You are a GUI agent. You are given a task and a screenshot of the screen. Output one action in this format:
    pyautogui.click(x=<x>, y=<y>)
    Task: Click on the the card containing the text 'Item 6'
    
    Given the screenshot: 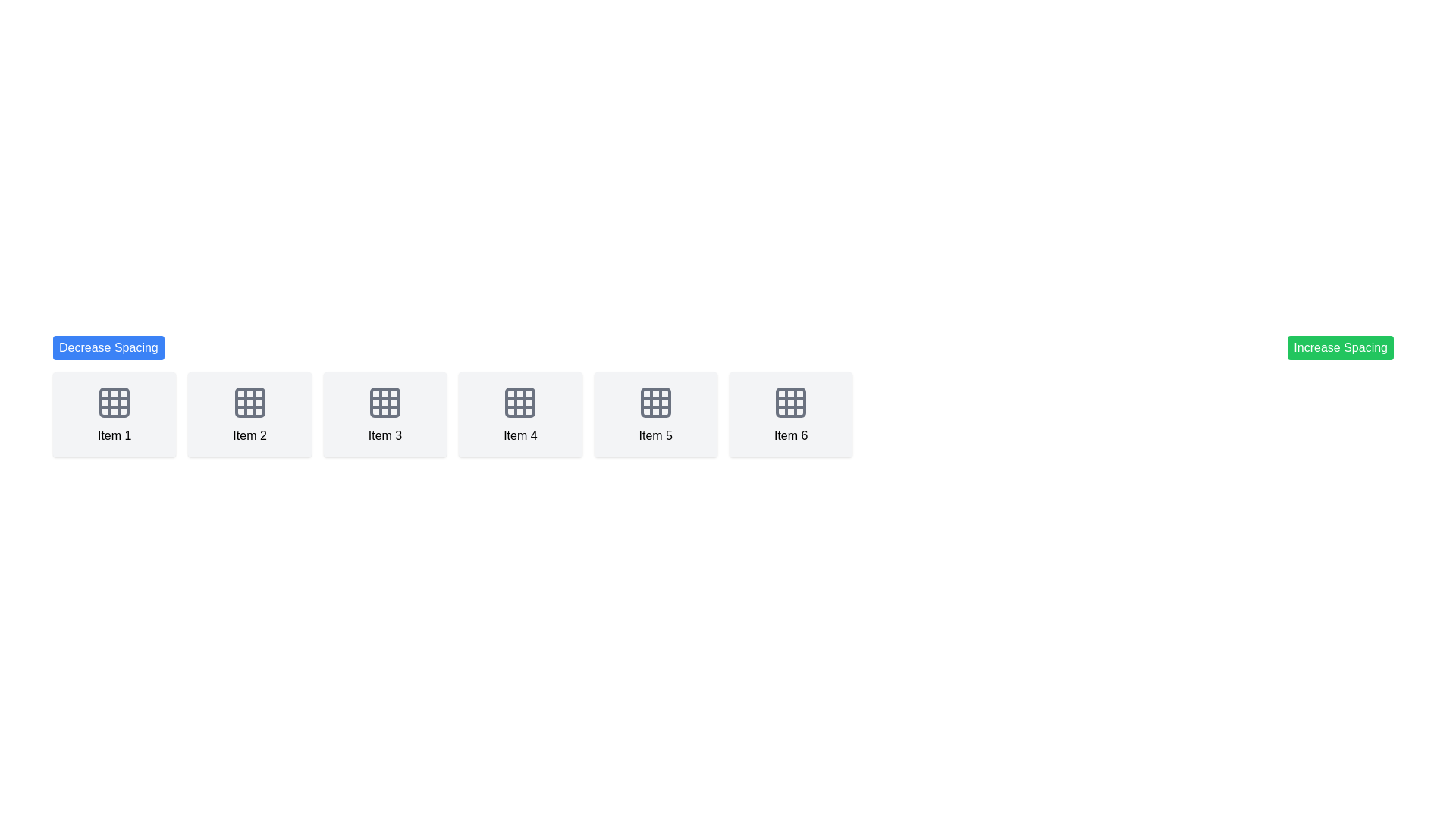 What is the action you would take?
    pyautogui.click(x=790, y=435)
    